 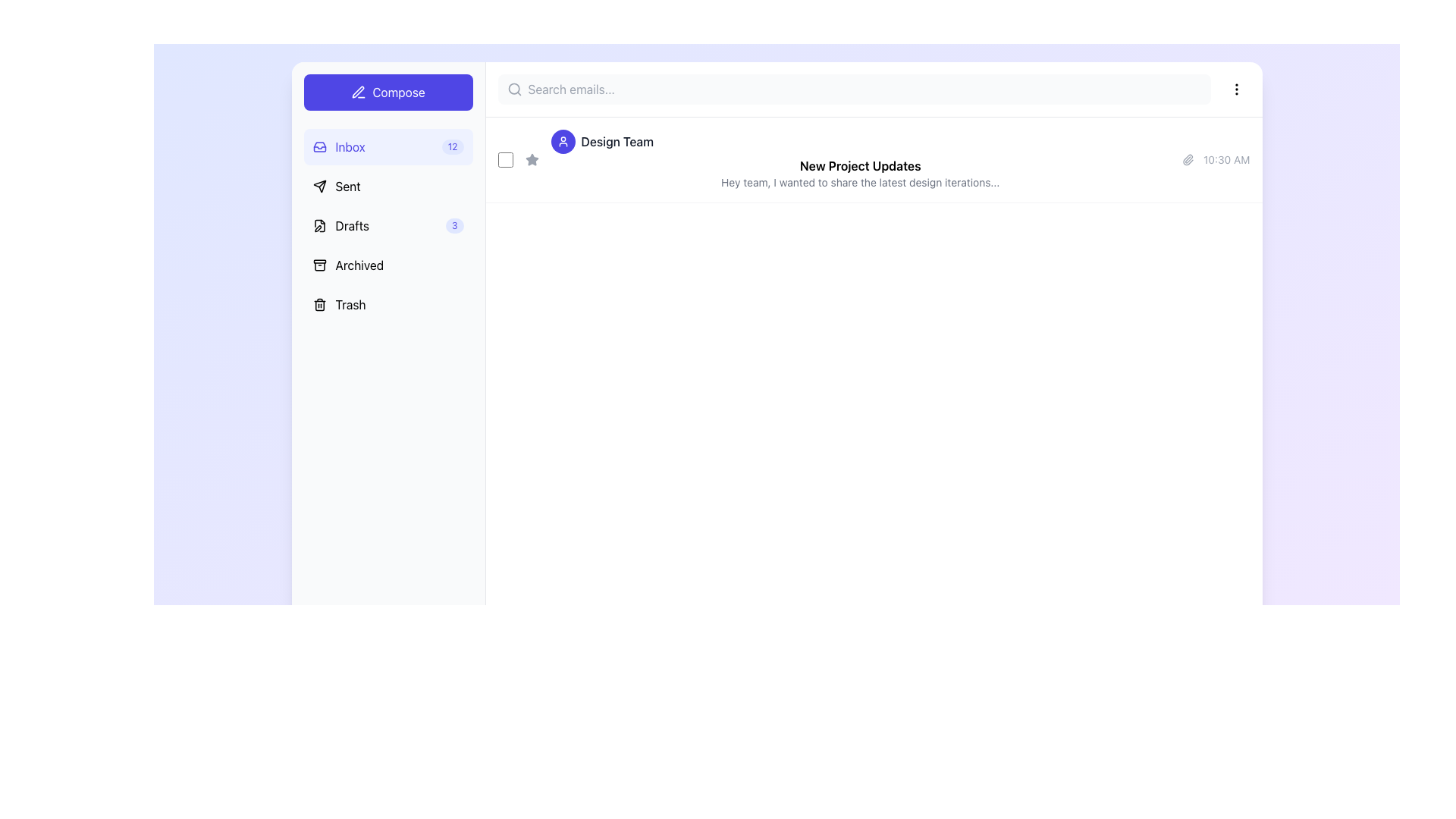 I want to click on text label 'New Project Updates' which is styled in bold and located below the sender's name (Design Team), so click(x=860, y=166).